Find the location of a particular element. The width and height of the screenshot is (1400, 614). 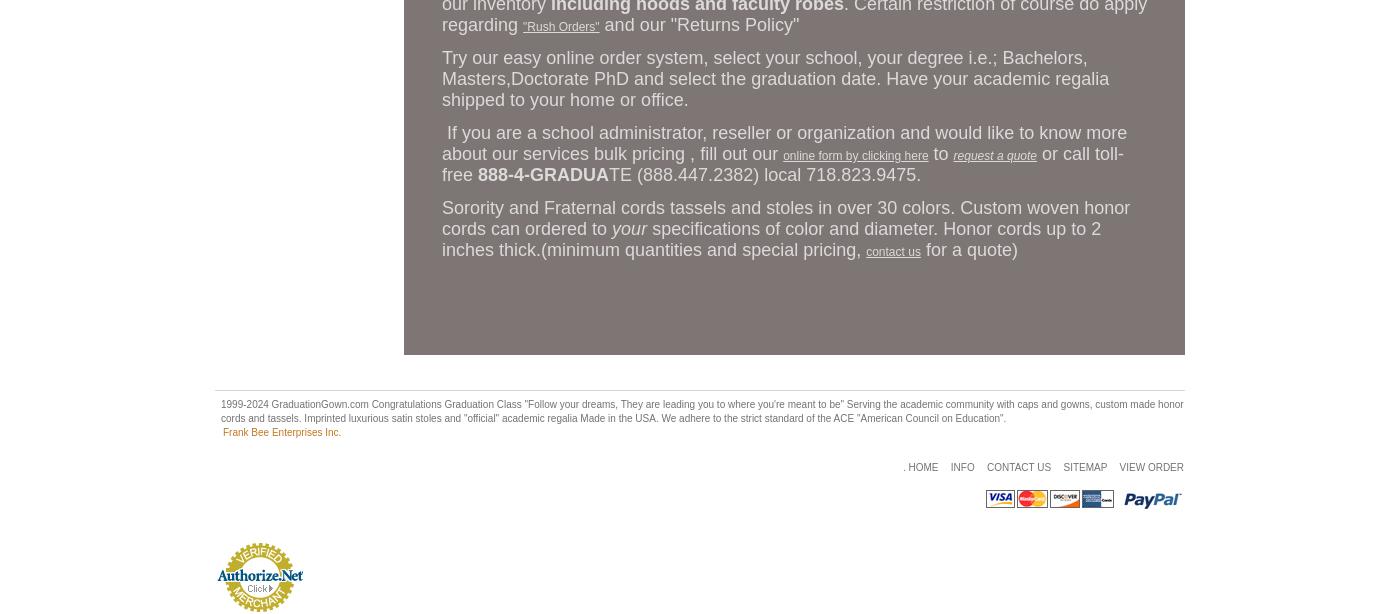

'Try our easy online order system, select your school, your degree i.e.; Bachelors, Masters,Doctorate PhD and select the graduation date. Have your academic regalia  shipped to your home or office.' is located at coordinates (777, 79).